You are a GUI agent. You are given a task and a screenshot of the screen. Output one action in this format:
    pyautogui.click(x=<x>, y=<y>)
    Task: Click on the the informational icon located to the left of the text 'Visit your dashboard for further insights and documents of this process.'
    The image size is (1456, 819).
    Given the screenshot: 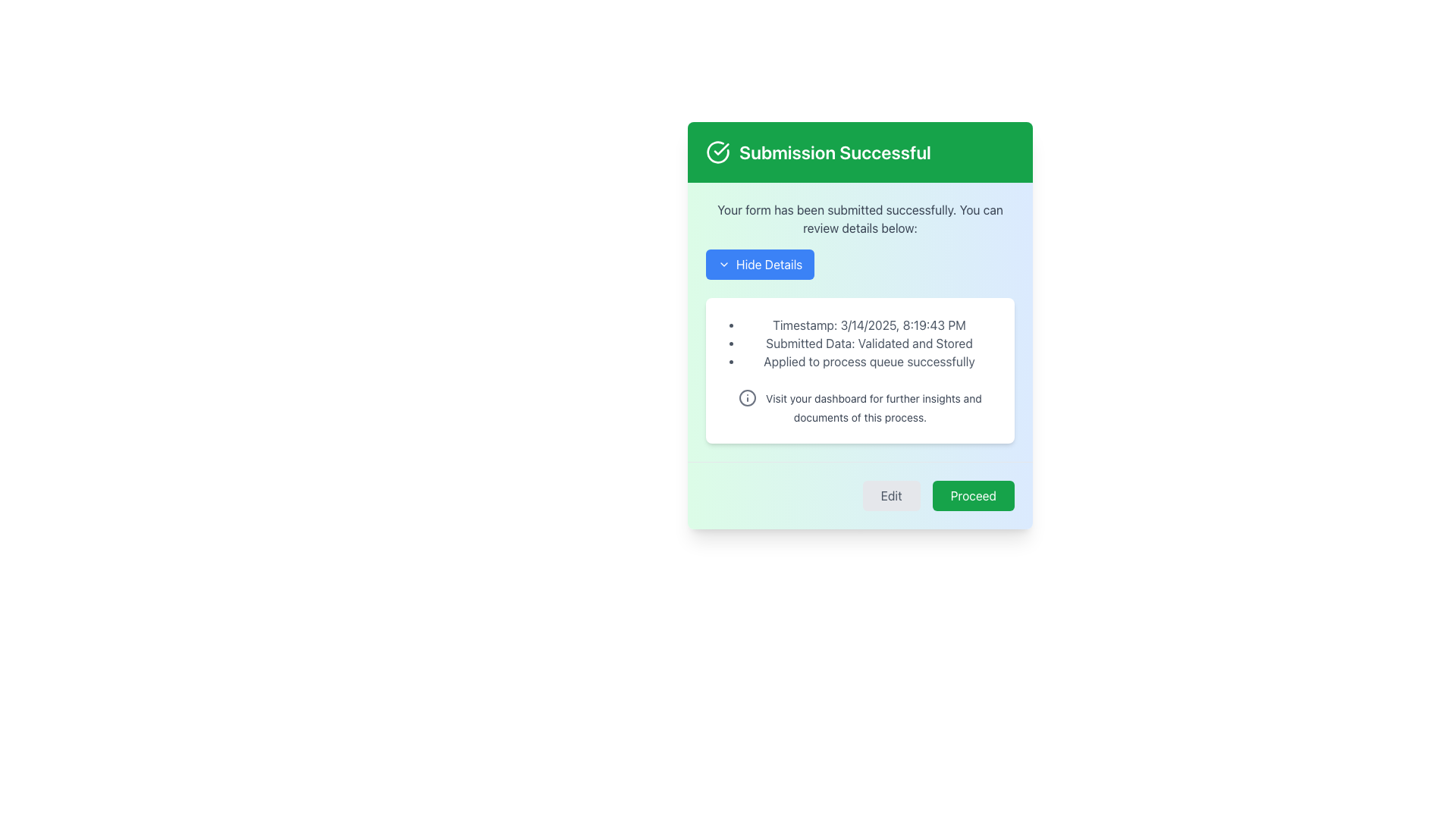 What is the action you would take?
    pyautogui.click(x=747, y=397)
    